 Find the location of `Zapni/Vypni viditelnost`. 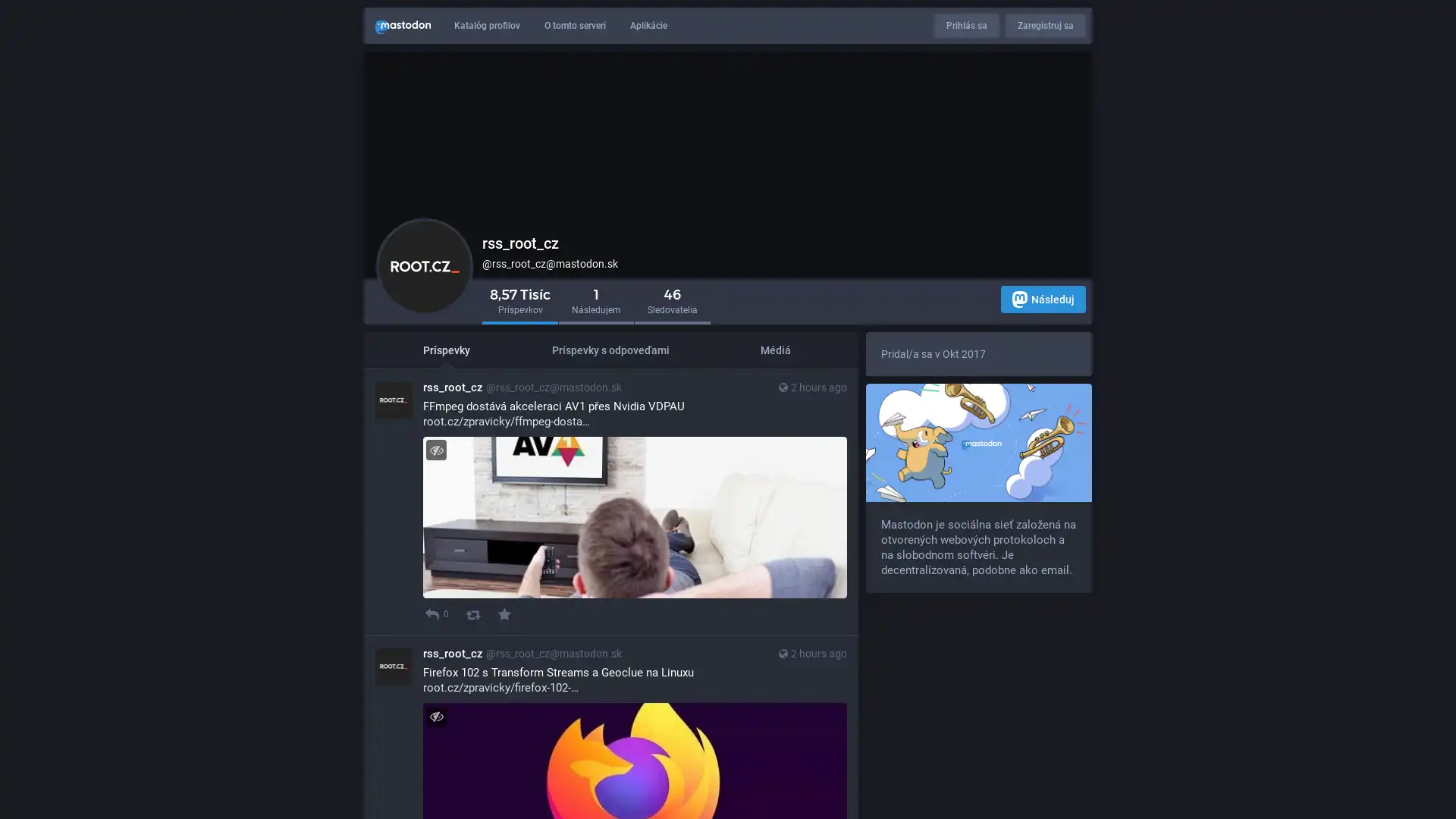

Zapni/Vypni viditelnost is located at coordinates (435, 792).